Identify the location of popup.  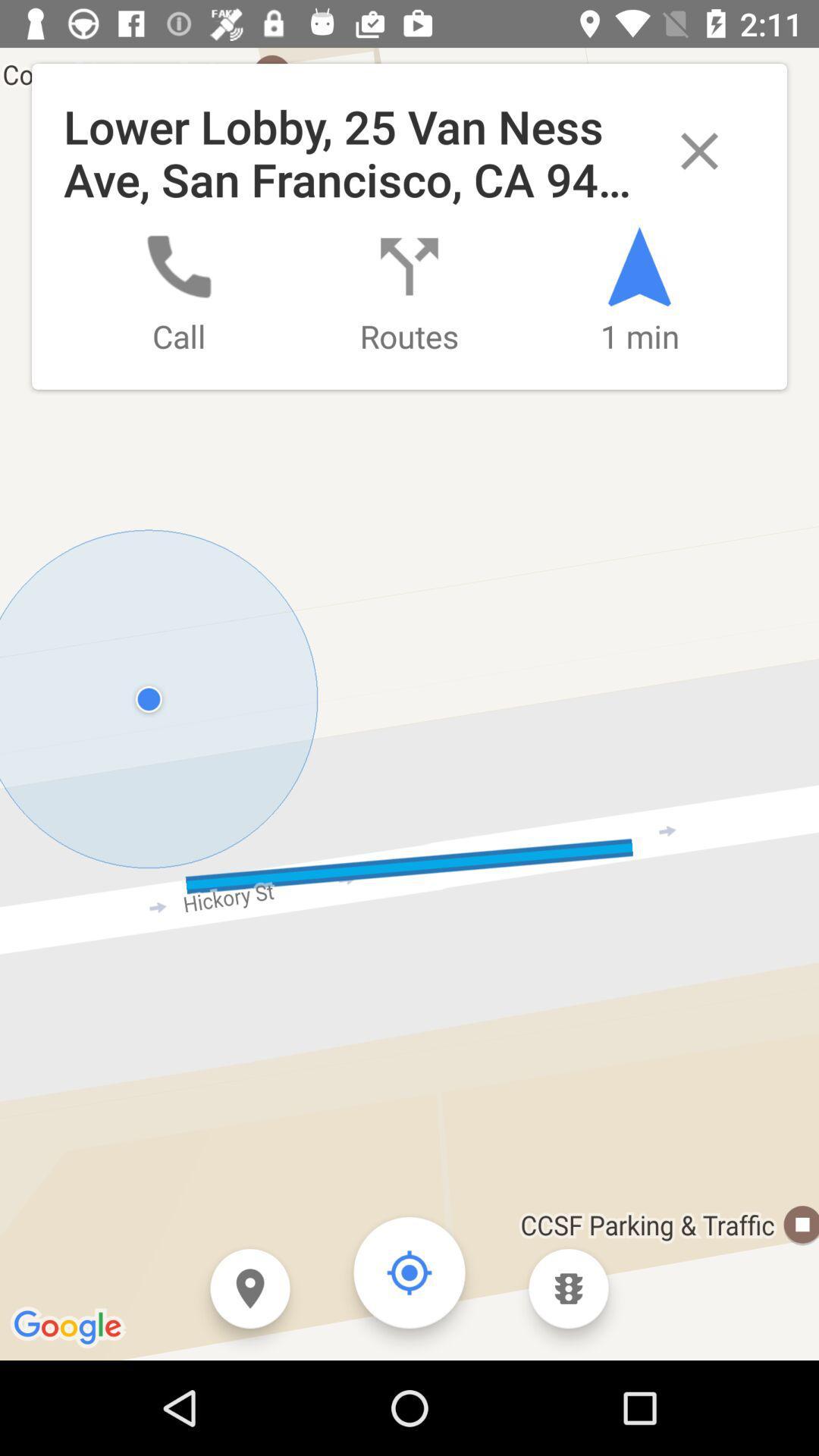
(699, 151).